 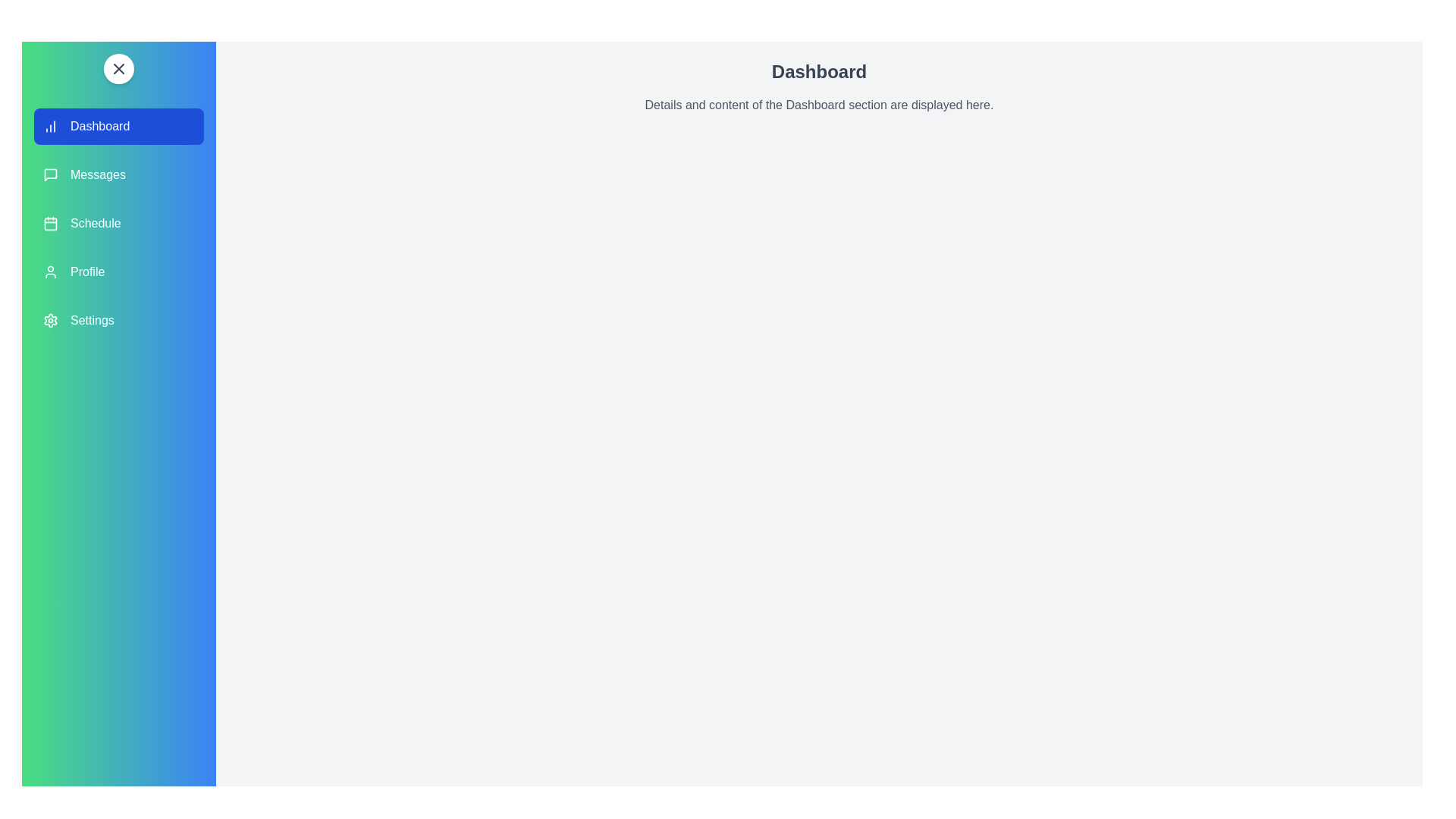 I want to click on the navigation section Settings by clicking on its corresponding area, so click(x=118, y=320).